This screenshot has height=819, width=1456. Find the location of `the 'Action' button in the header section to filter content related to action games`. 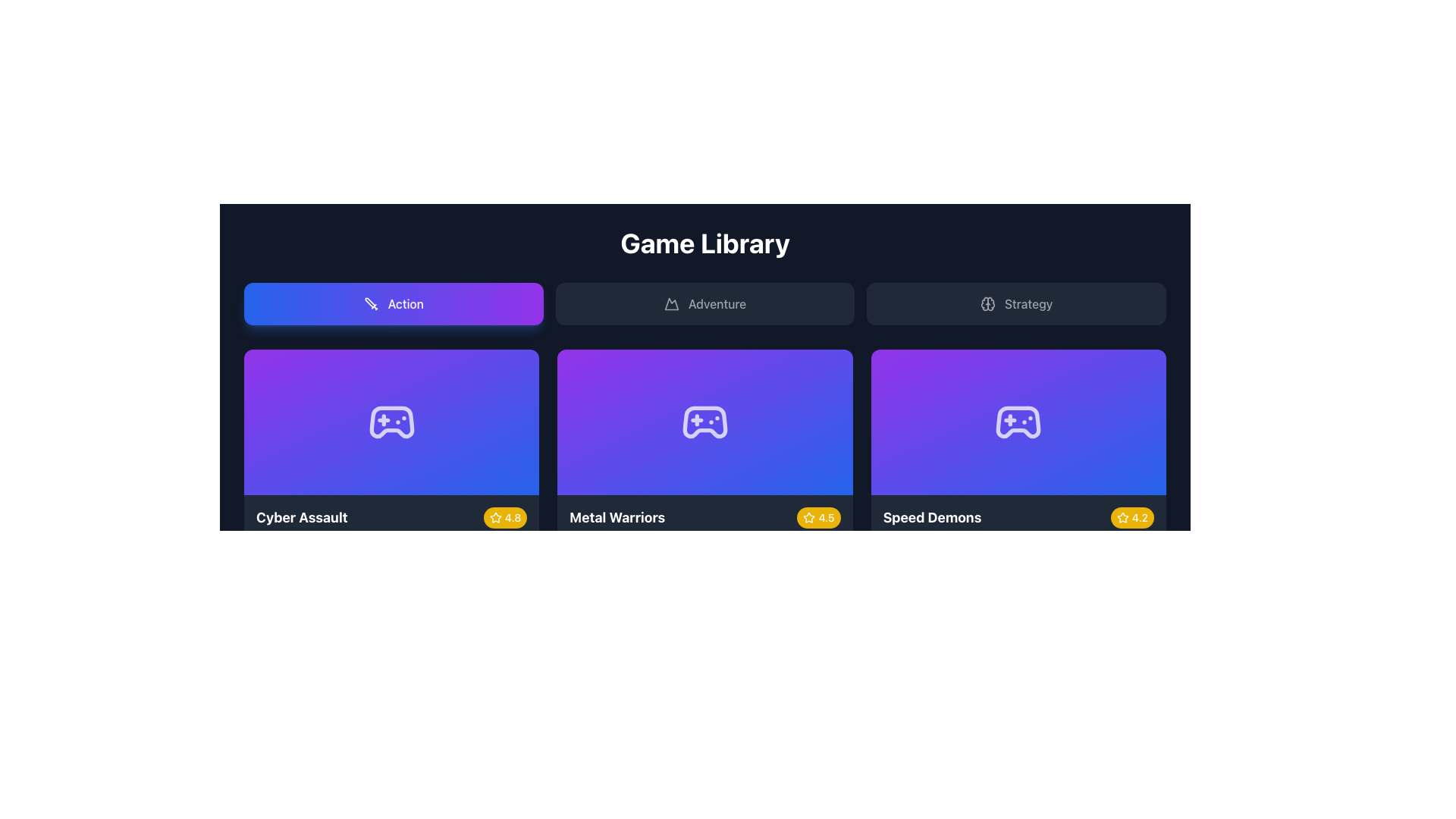

the 'Action' button in the header section to filter content related to action games is located at coordinates (393, 304).